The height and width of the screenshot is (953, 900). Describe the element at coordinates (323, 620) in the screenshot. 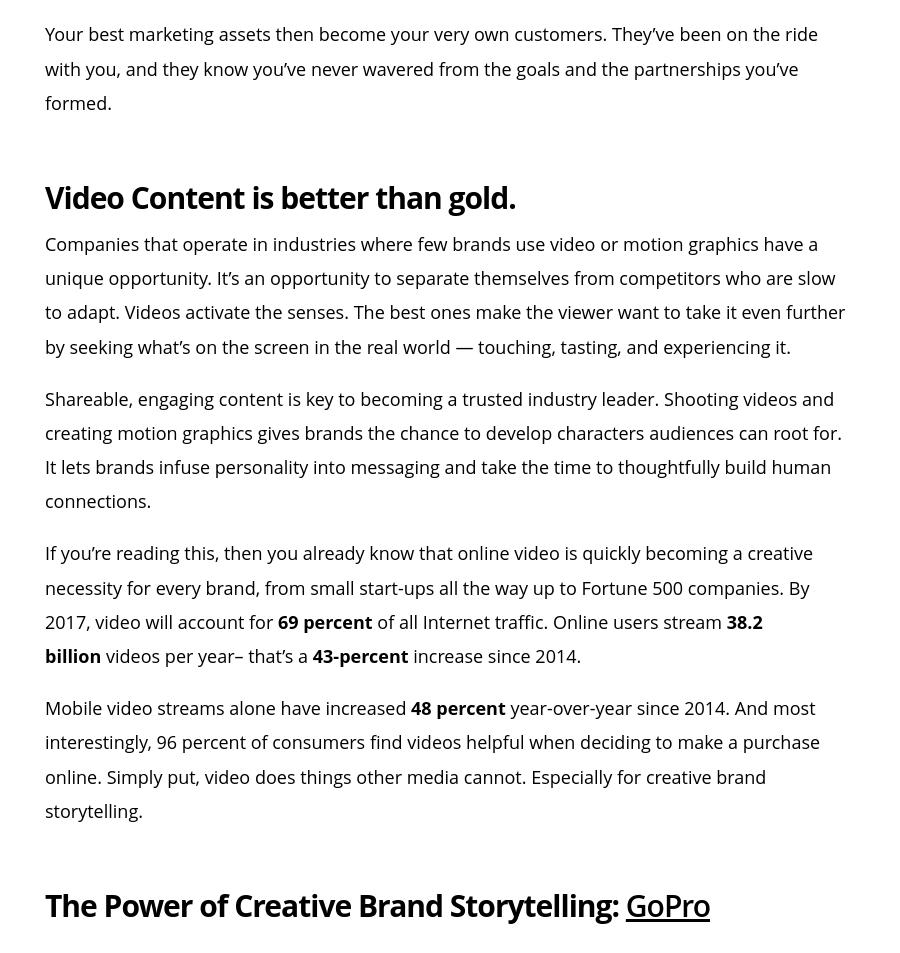

I see `'69 percent'` at that location.